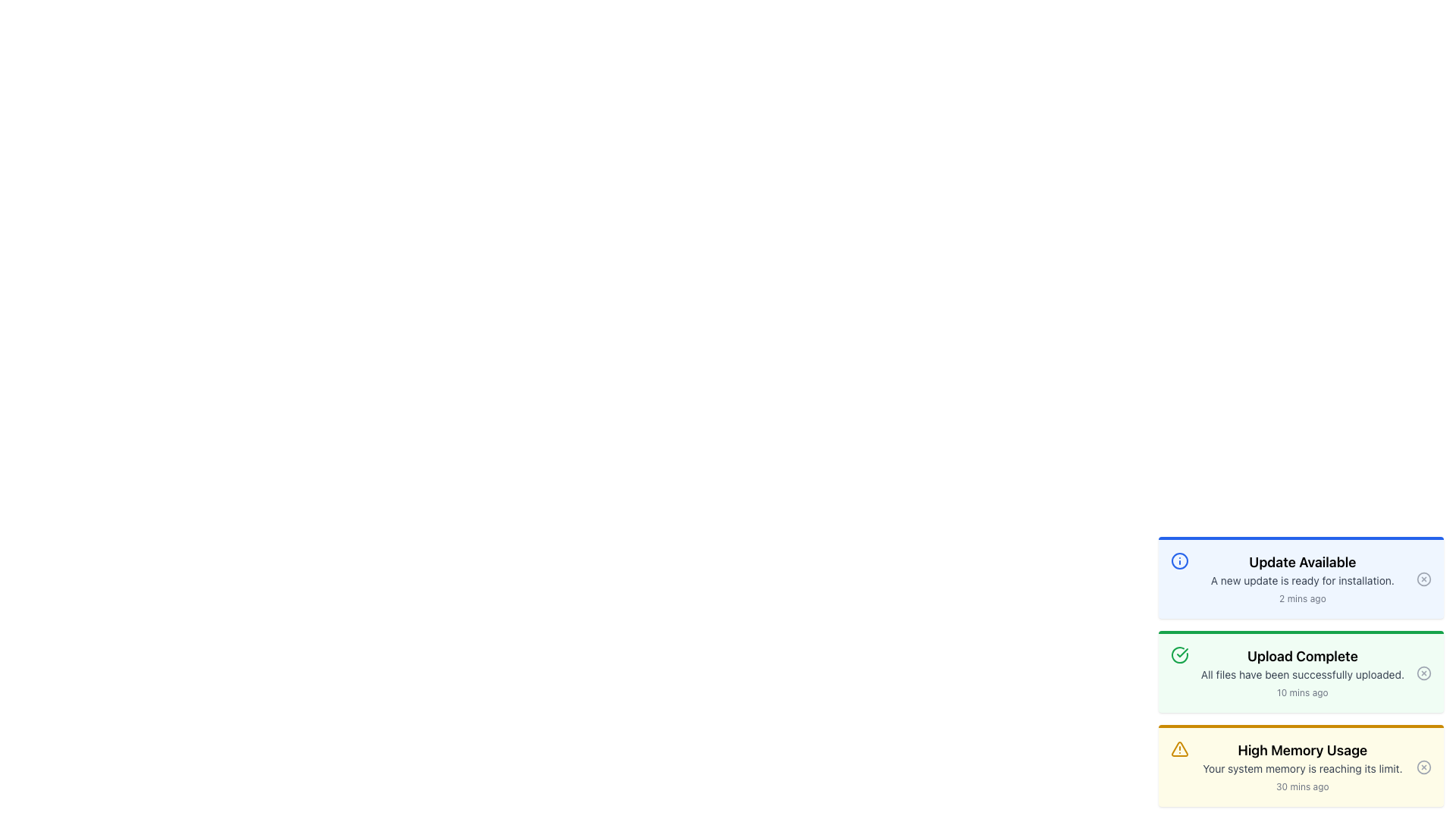  What do you see at coordinates (1178, 654) in the screenshot?
I see `the successful upload icon located in the upper-left corner of the 'Upload Complete' notification card, which is the second card in a vertical stack of notifications` at bounding box center [1178, 654].